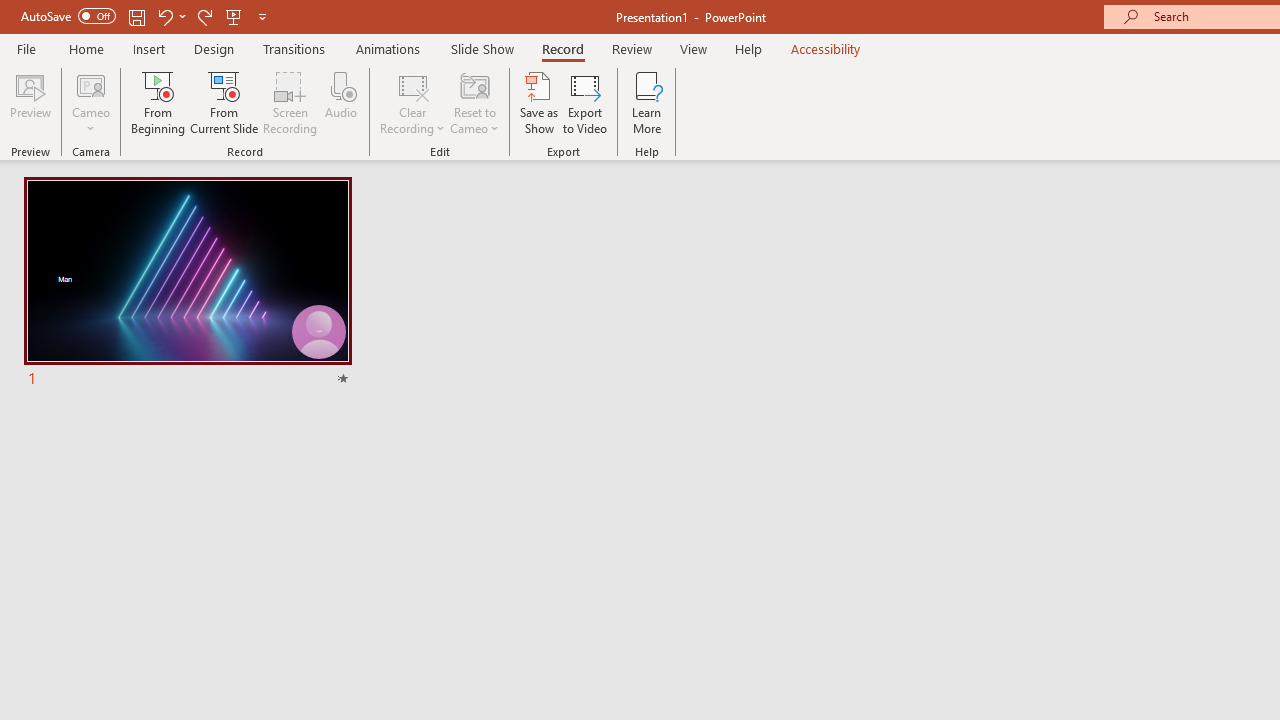  What do you see at coordinates (30, 103) in the screenshot?
I see `'Preview'` at bounding box center [30, 103].